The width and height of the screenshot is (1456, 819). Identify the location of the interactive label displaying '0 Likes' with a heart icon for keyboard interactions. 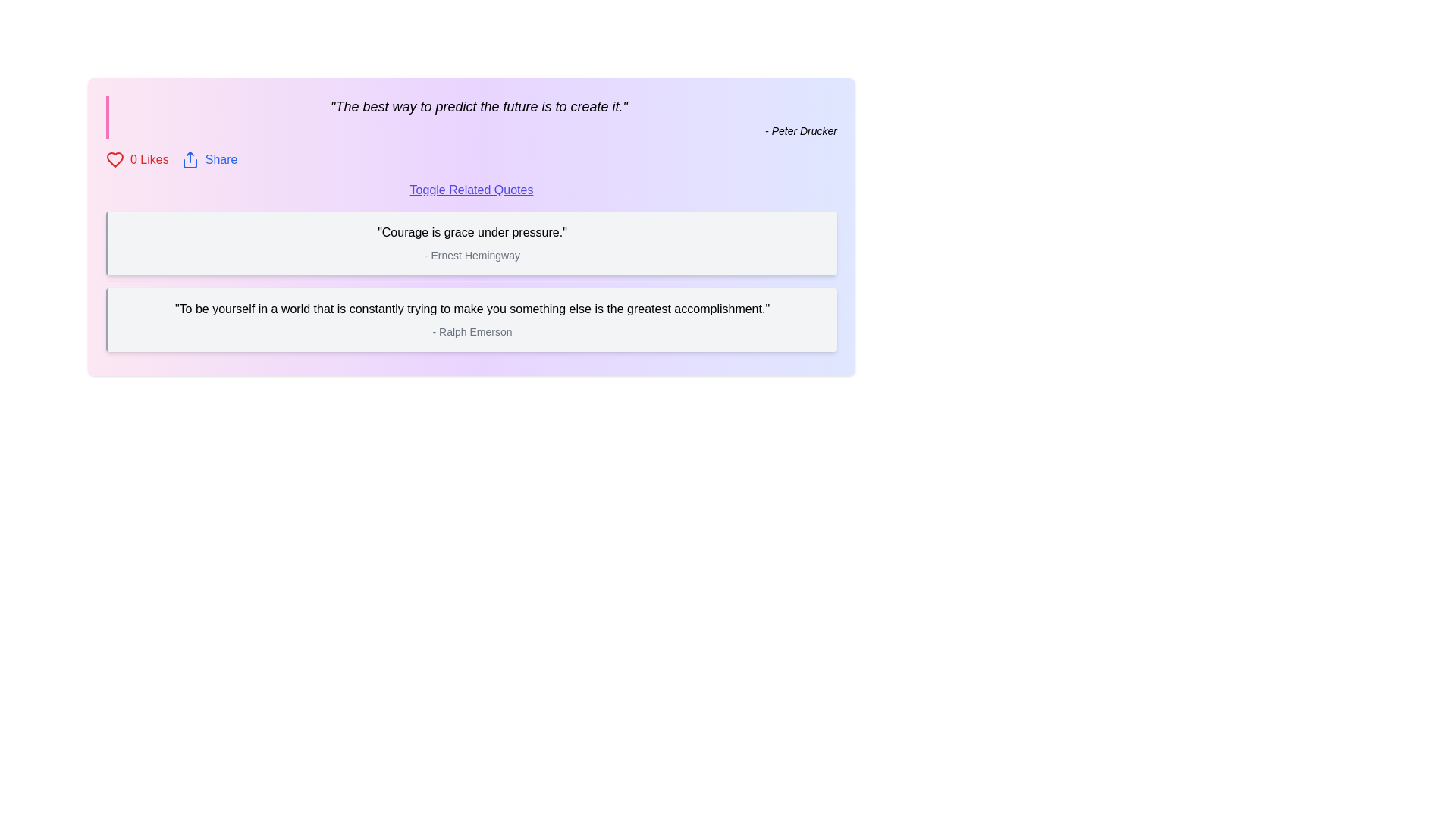
(137, 160).